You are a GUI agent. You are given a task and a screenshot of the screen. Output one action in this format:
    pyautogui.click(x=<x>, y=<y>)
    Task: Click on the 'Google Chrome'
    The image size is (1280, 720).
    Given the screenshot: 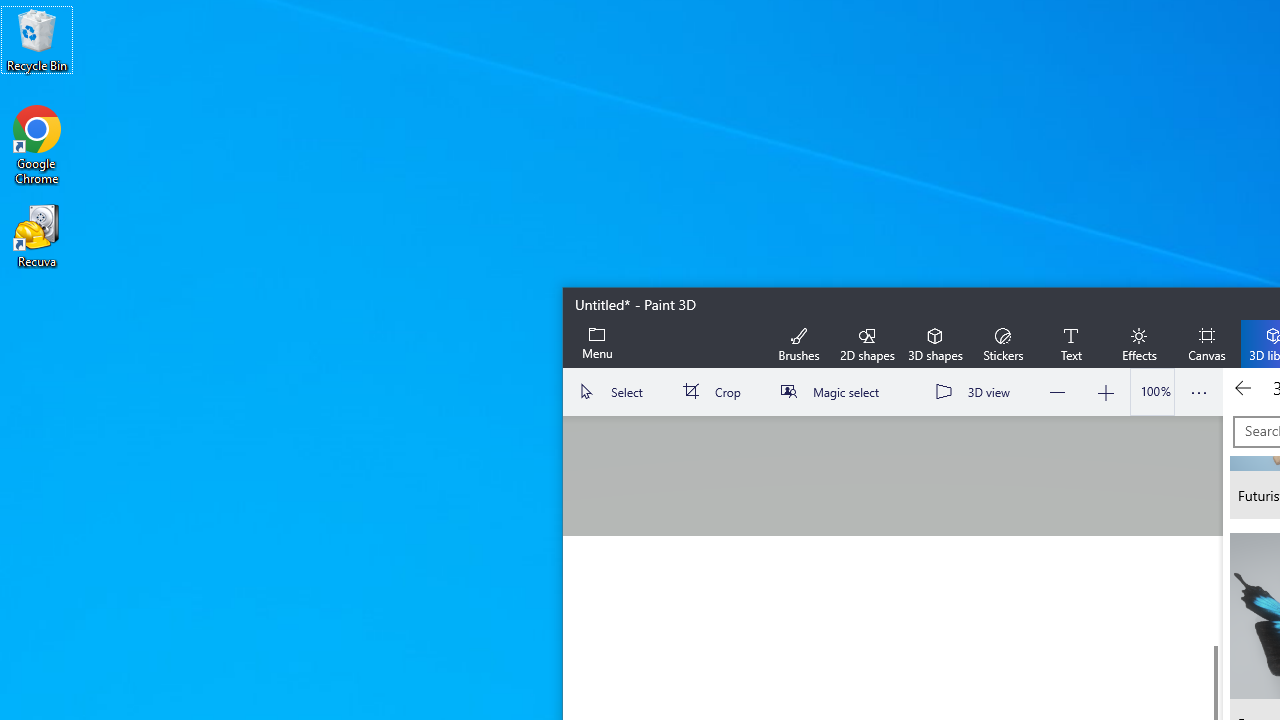 What is the action you would take?
    pyautogui.click(x=37, y=144)
    